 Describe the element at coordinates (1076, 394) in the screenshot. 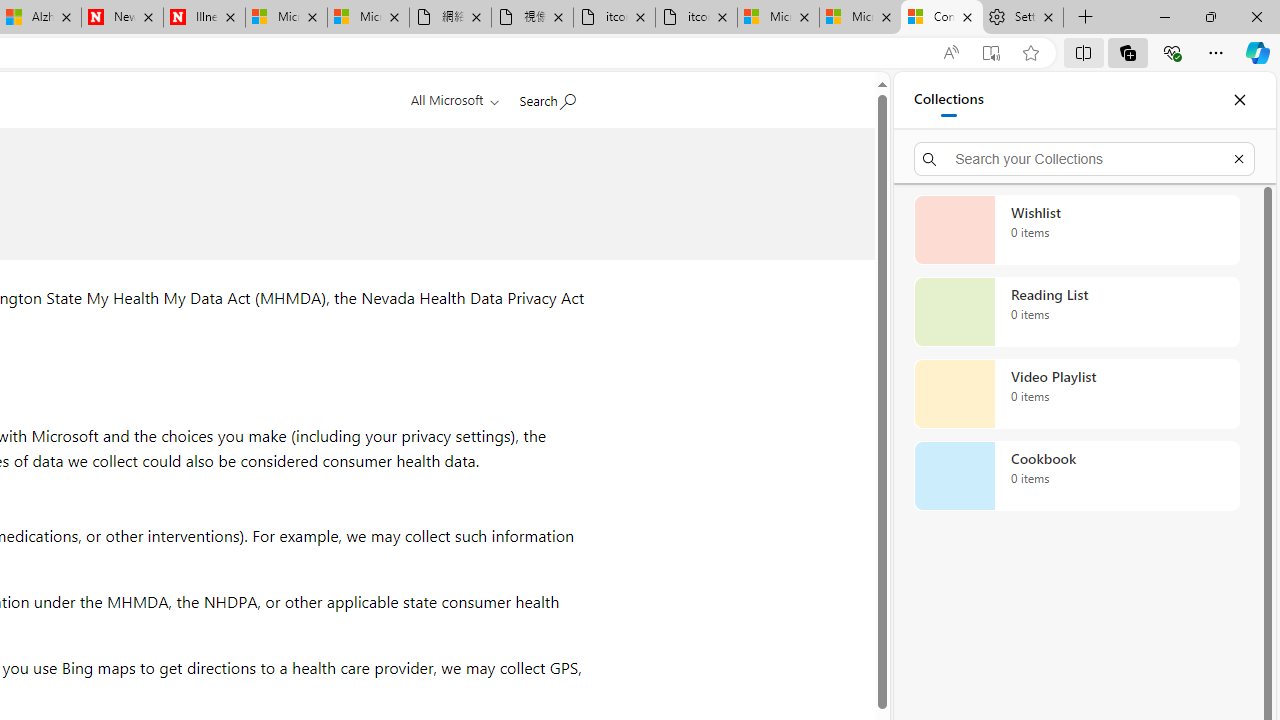

I see `'Video Playlist collection, 0 items'` at that location.